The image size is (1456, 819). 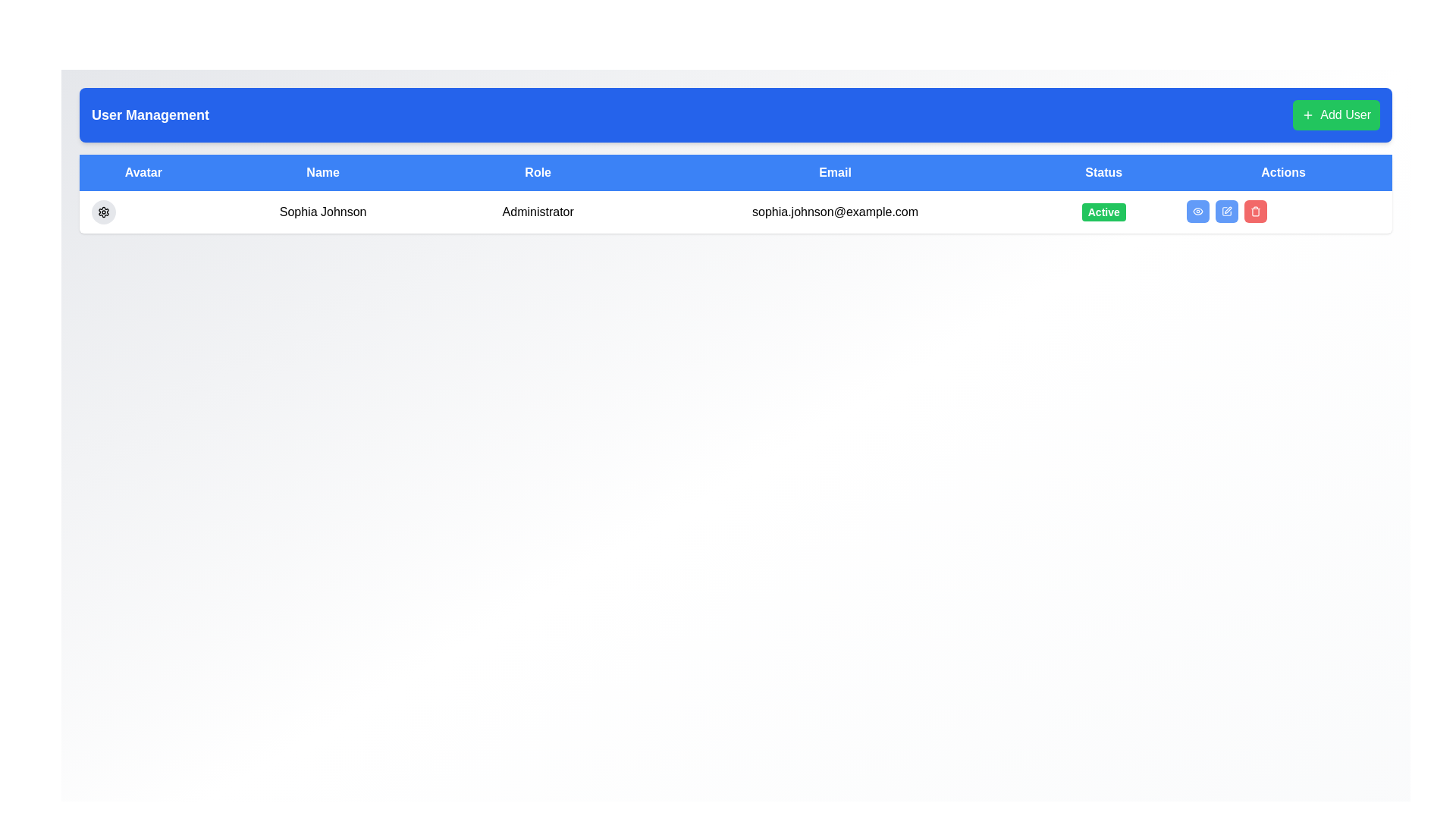 What do you see at coordinates (834, 212) in the screenshot?
I see `the email address 'sophia.johnson@example.com' located in the Email column for 'Sophia Johnson', 'Administrator'` at bounding box center [834, 212].